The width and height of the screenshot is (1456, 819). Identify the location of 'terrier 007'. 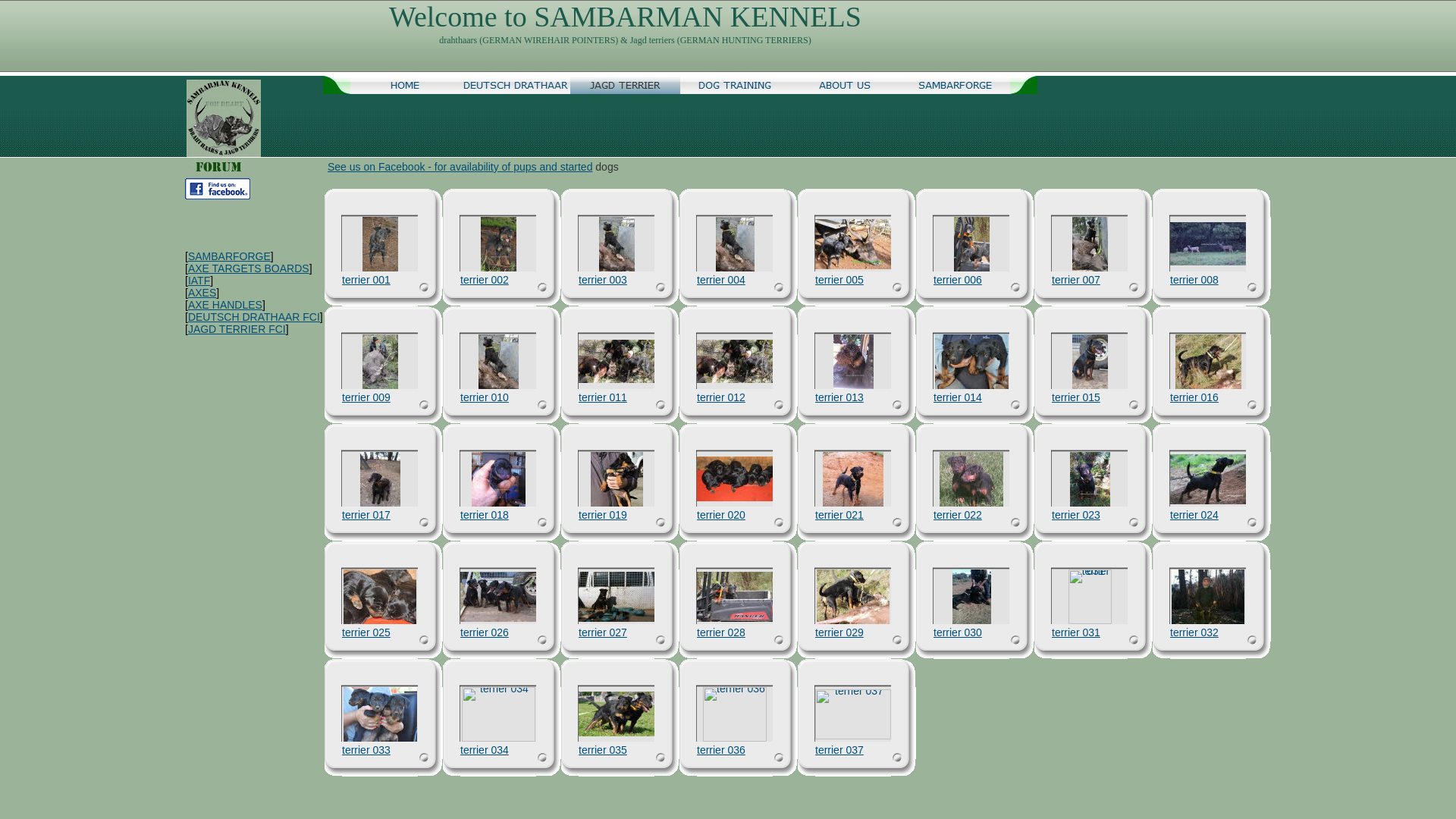
(1051, 280).